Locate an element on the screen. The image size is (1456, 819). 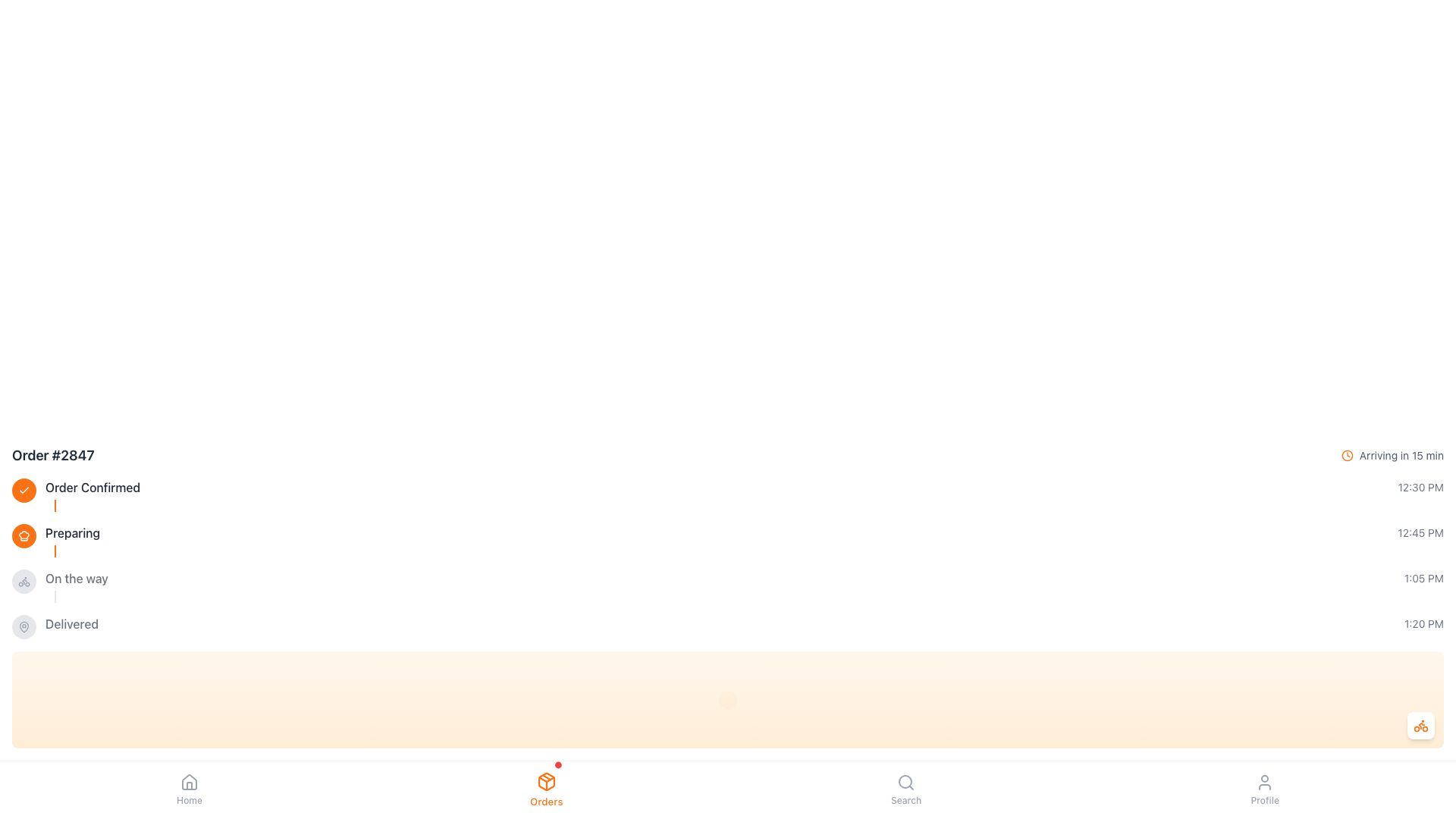
the chef hat icon in the lower navigation bar, which features a minimalistic vector graphic with smooth curves and rounded edges is located at coordinates (24, 535).